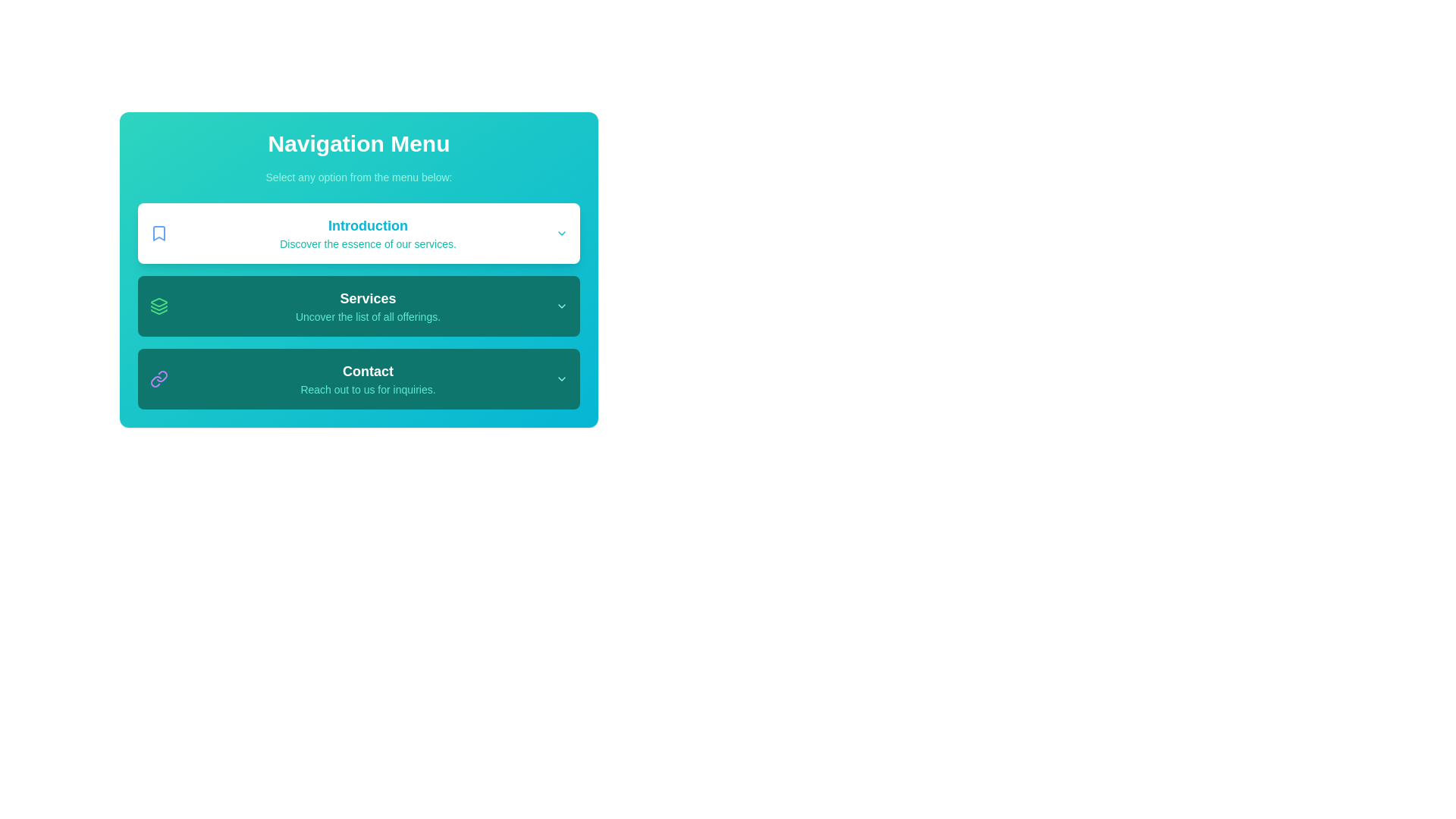 This screenshot has width=1456, height=819. What do you see at coordinates (368, 378) in the screenshot?
I see `descriptive subtitle 'Reach out to us for inquiries.' of the 'Contact' text element located in the teal box of the navigation menu` at bounding box center [368, 378].